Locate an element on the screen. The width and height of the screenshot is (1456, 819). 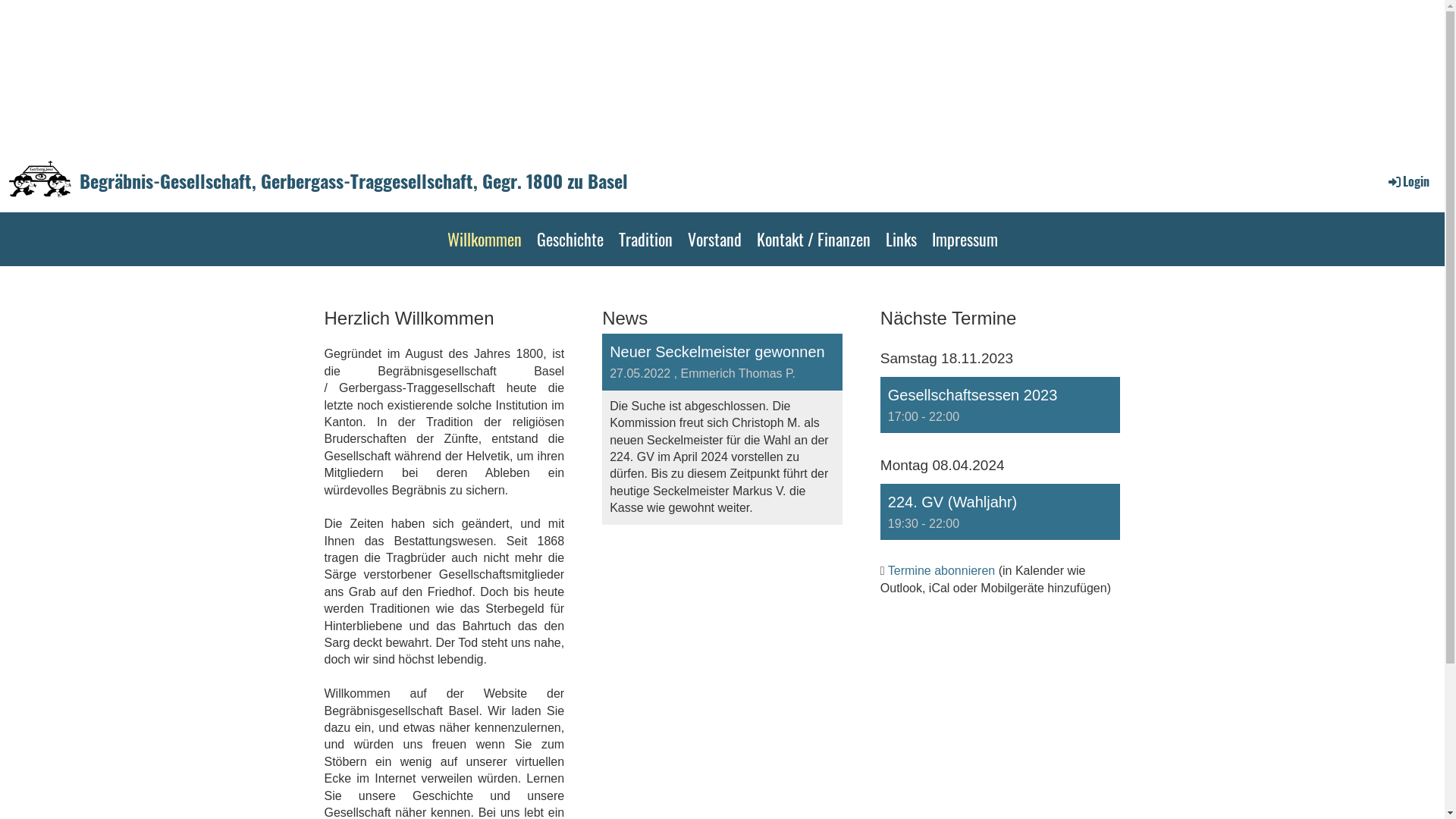
'Termine abonnieren' is located at coordinates (940, 570).